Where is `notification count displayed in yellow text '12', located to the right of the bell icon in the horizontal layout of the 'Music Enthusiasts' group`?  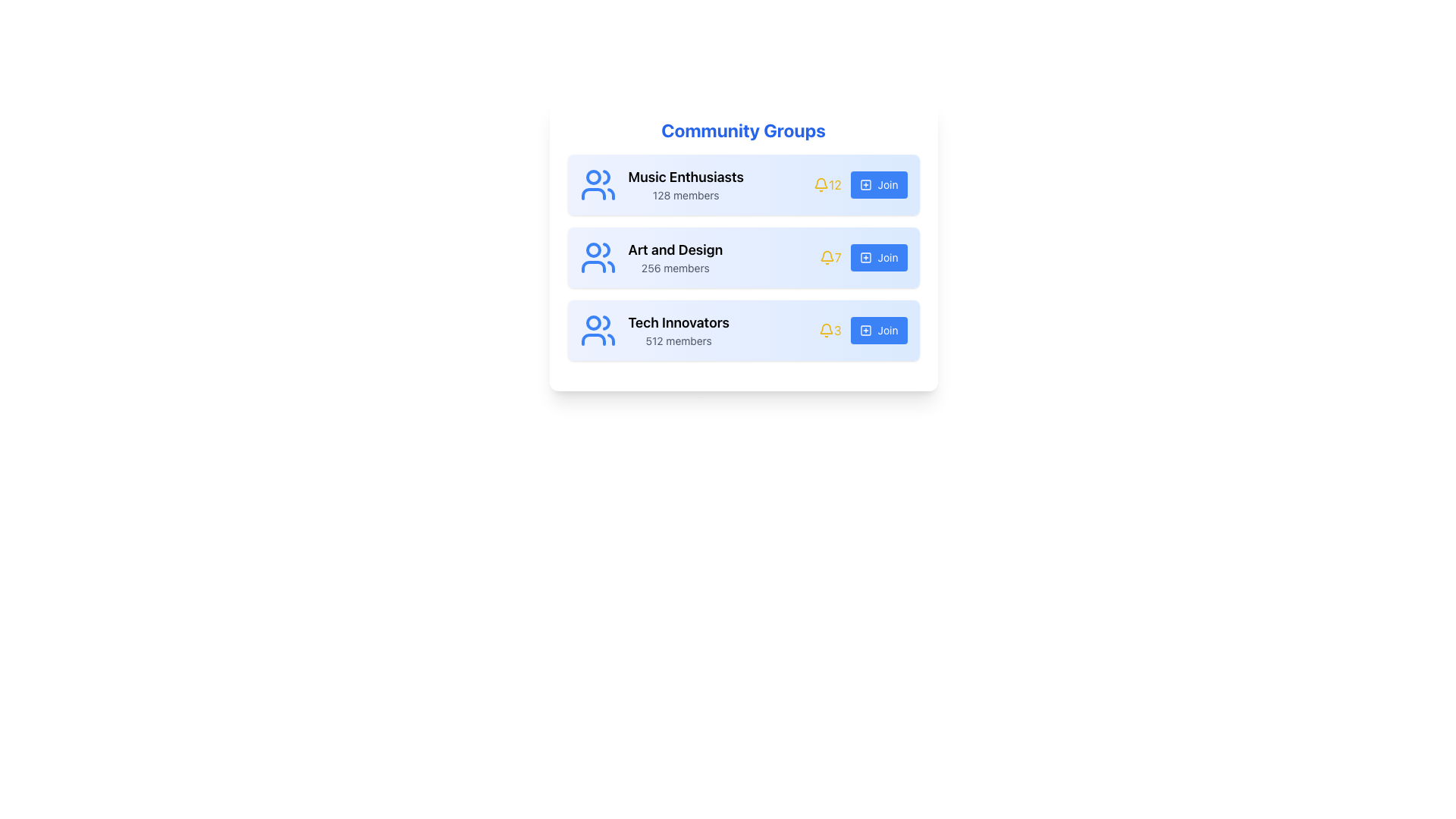 notification count displayed in yellow text '12', located to the right of the bell icon in the horizontal layout of the 'Music Enthusiasts' group is located at coordinates (834, 184).